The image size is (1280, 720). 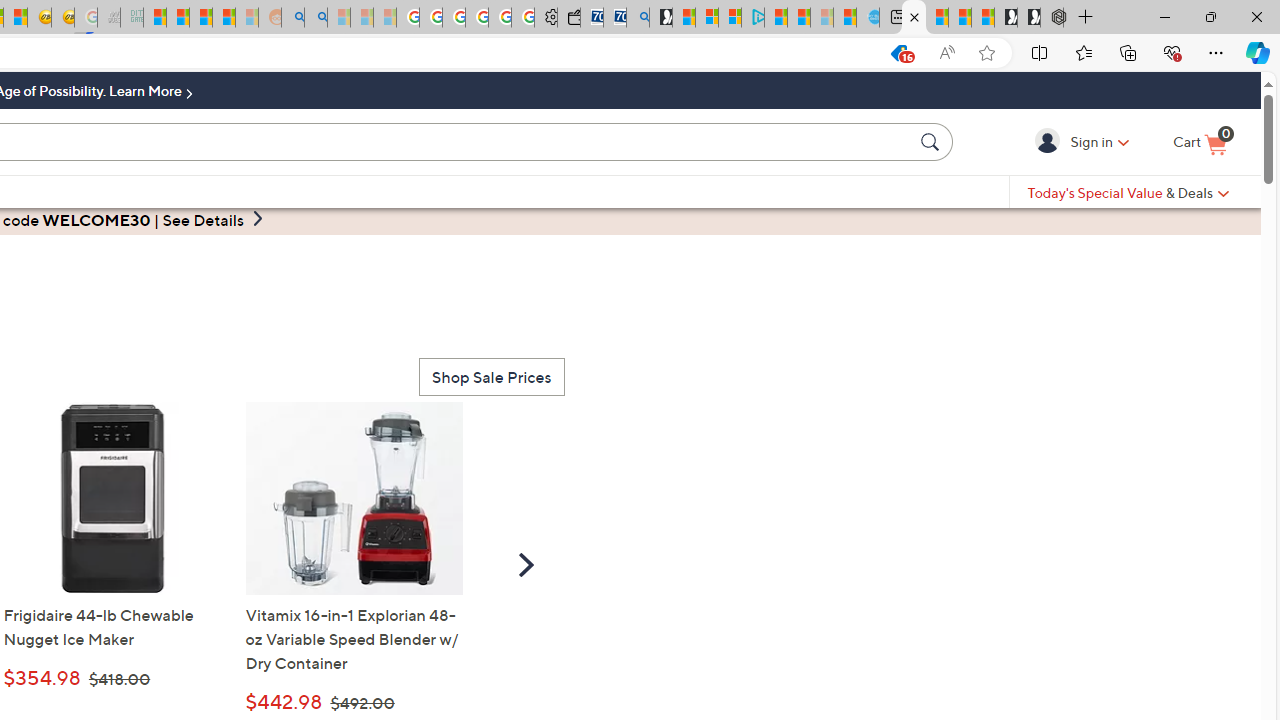 I want to click on 'Home | Sky Blue Bikes - Sky Blue Bikes', so click(x=867, y=17).